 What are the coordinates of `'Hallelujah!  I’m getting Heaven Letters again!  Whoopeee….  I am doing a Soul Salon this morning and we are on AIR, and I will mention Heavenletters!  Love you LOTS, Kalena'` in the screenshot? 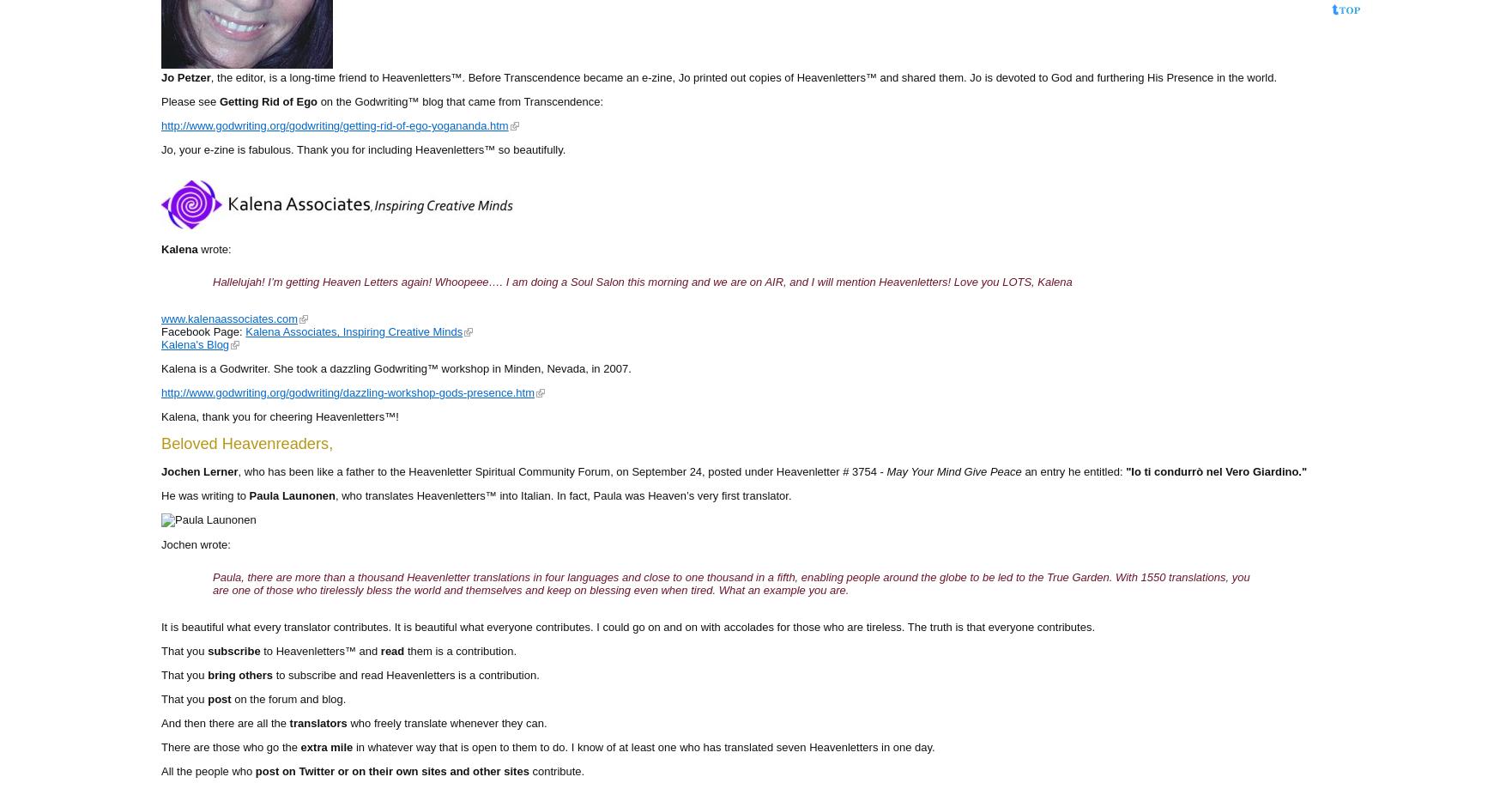 It's located at (641, 281).